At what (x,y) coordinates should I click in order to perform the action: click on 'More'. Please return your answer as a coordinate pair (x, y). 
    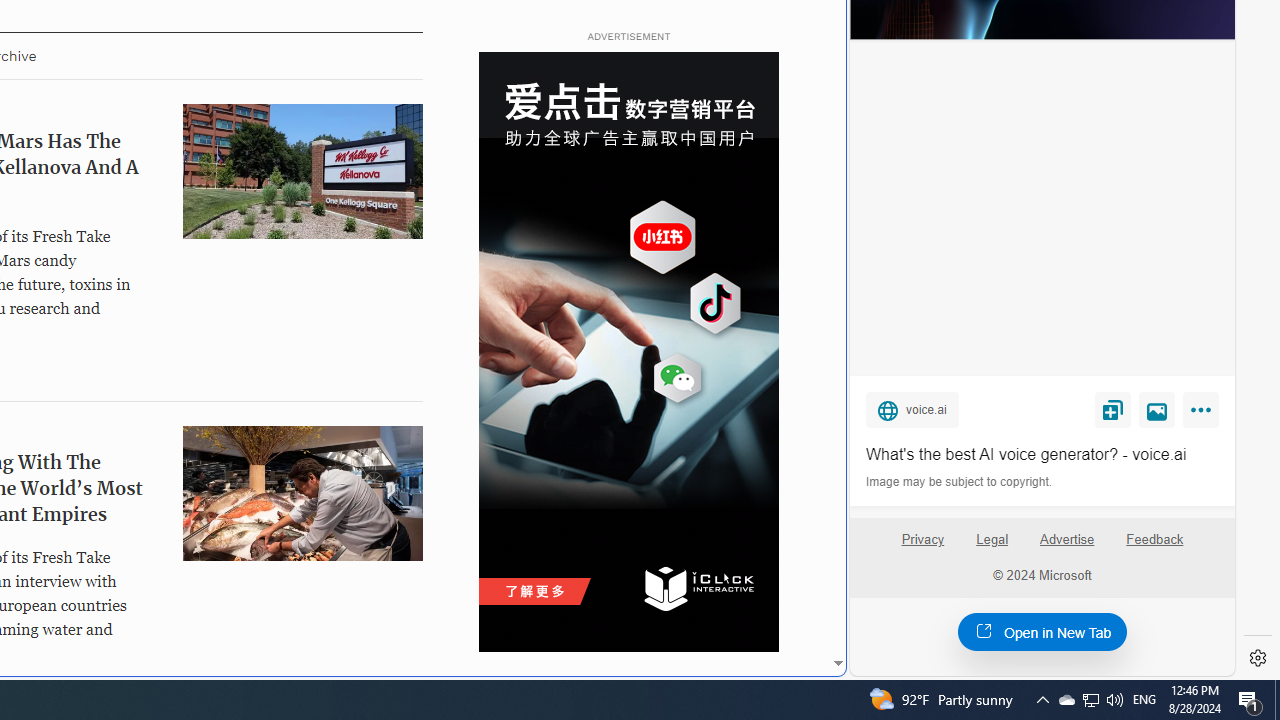
    Looking at the image, I should click on (1203, 412).